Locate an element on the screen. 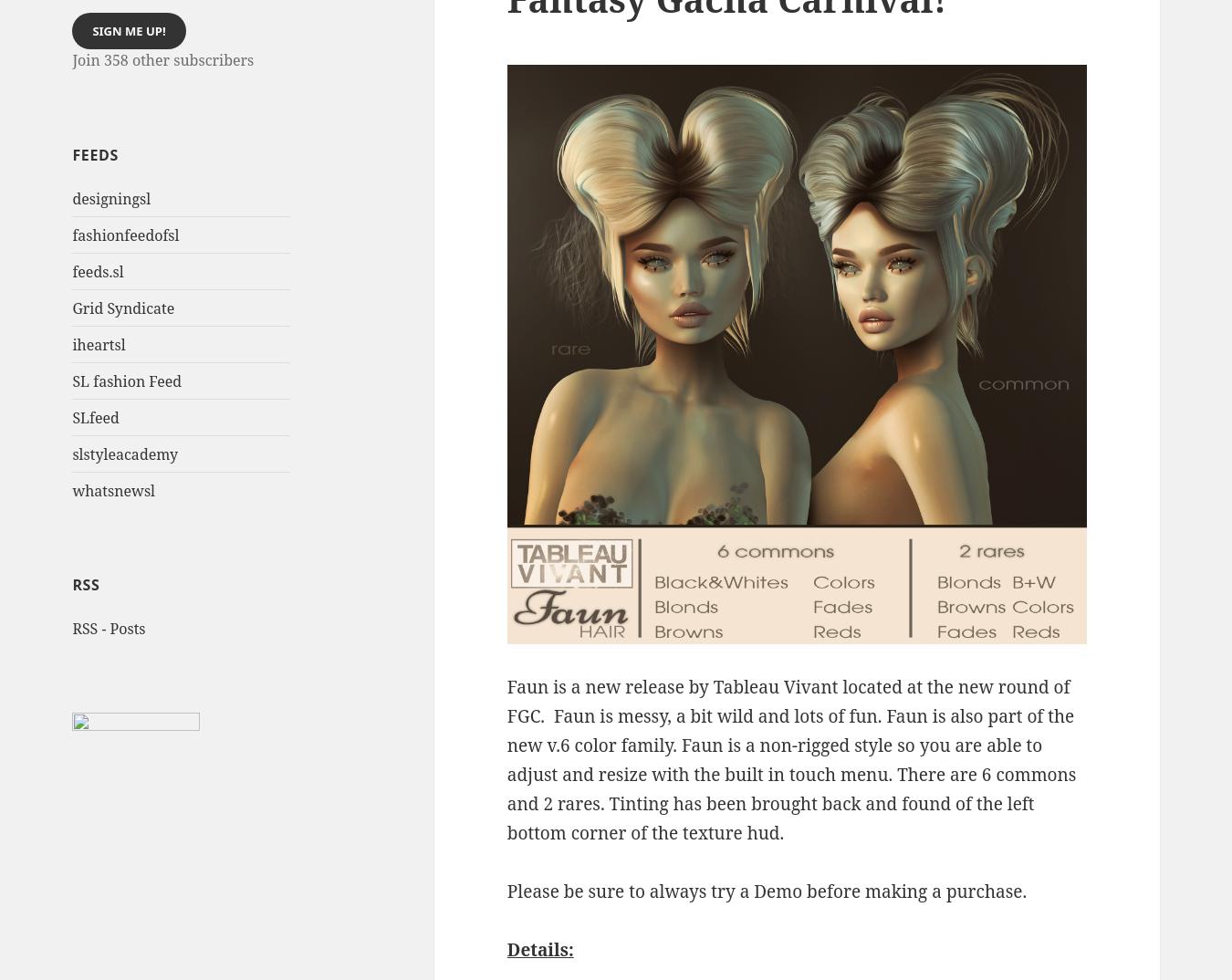  'Sign me up!' is located at coordinates (128, 30).